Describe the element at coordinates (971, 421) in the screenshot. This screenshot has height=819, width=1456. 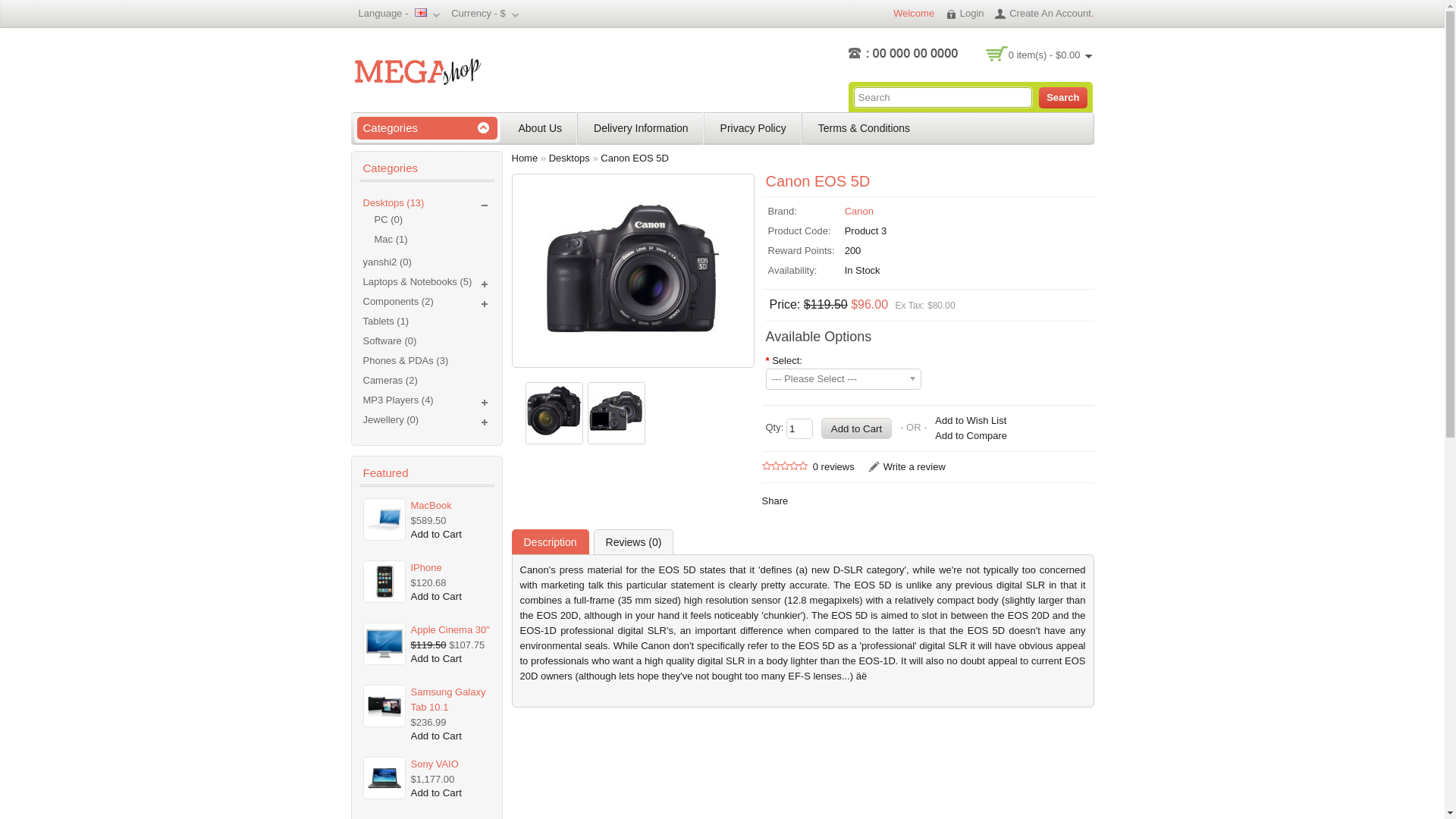
I see `'Add to Wish List'` at that location.